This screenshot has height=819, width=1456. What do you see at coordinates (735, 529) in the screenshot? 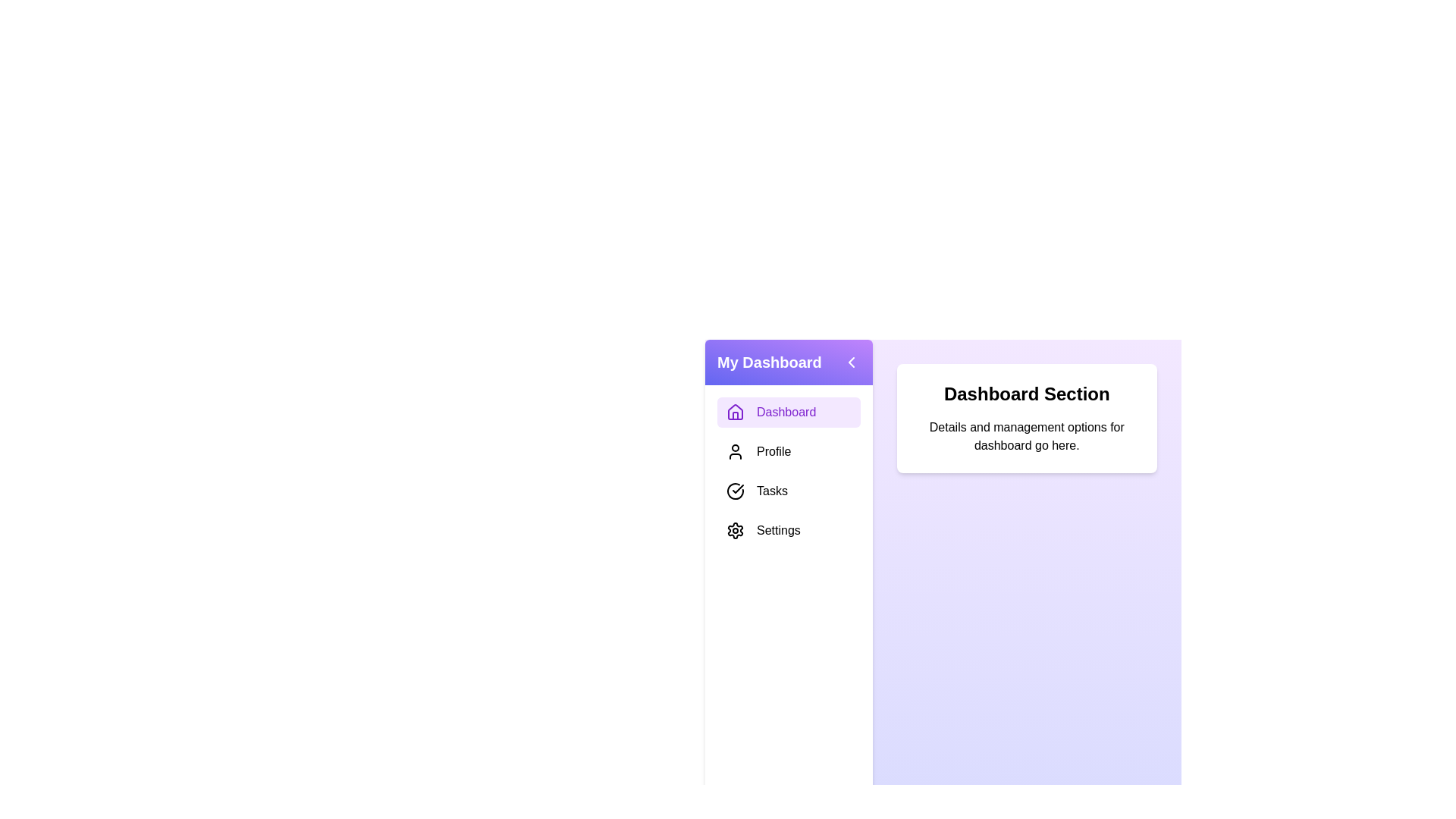
I see `the 'Settings' SVG icon located at the bottom of the vertical sidebar navigation menu` at bounding box center [735, 529].